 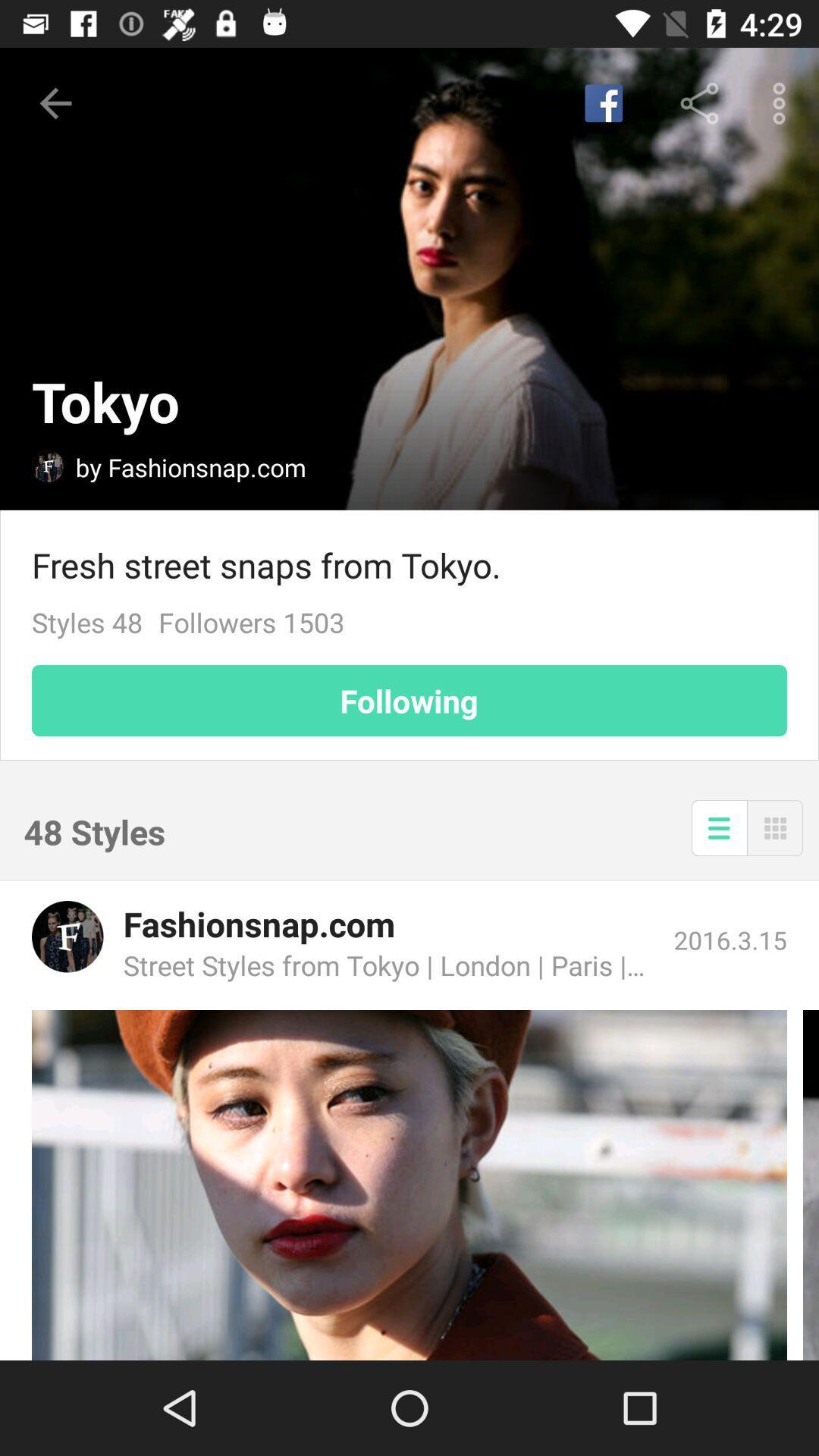 What do you see at coordinates (718, 827) in the screenshot?
I see `the item below the following item` at bounding box center [718, 827].